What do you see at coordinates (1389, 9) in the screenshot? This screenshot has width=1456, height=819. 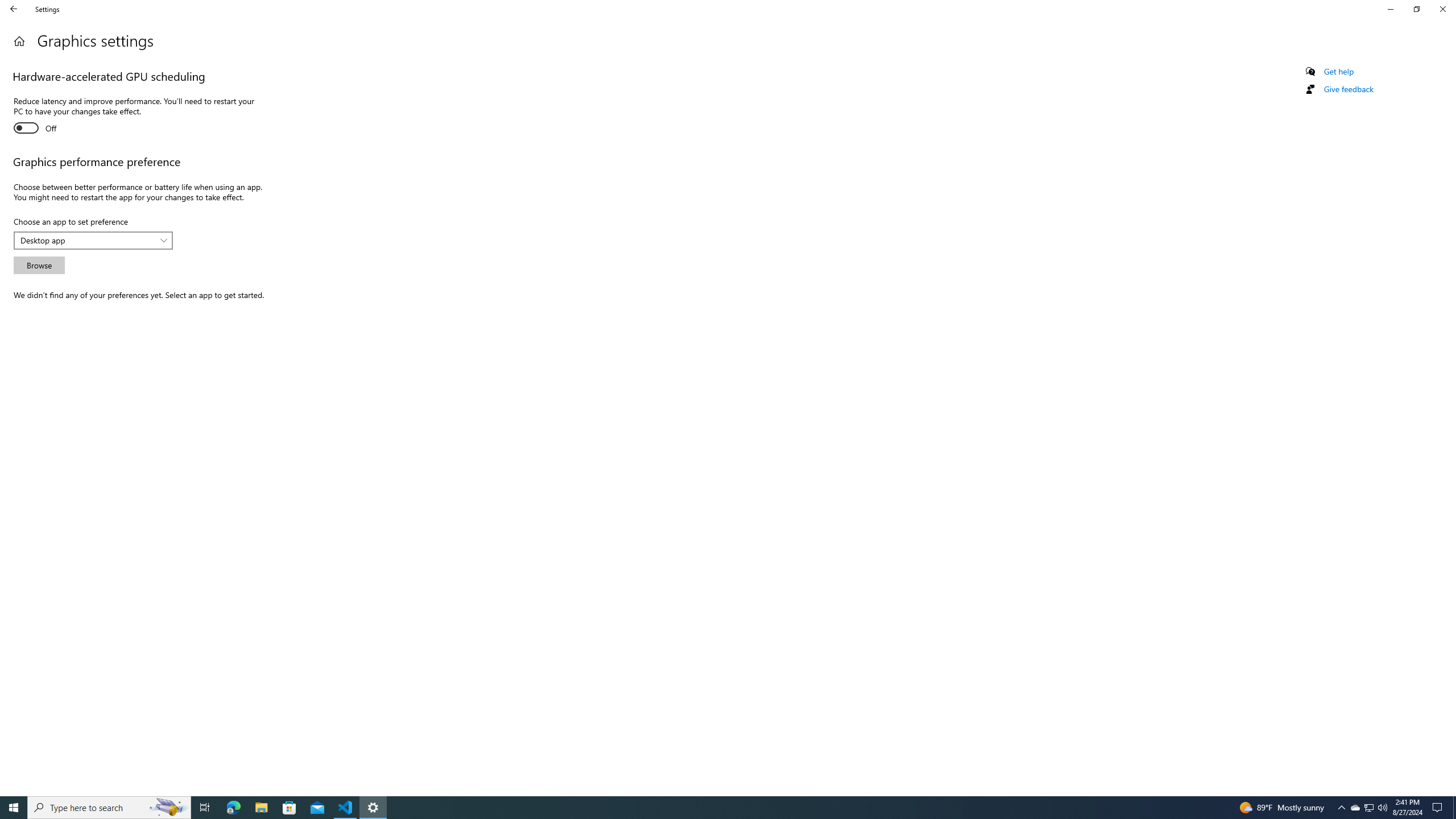 I see `'Minimize Settings'` at bounding box center [1389, 9].